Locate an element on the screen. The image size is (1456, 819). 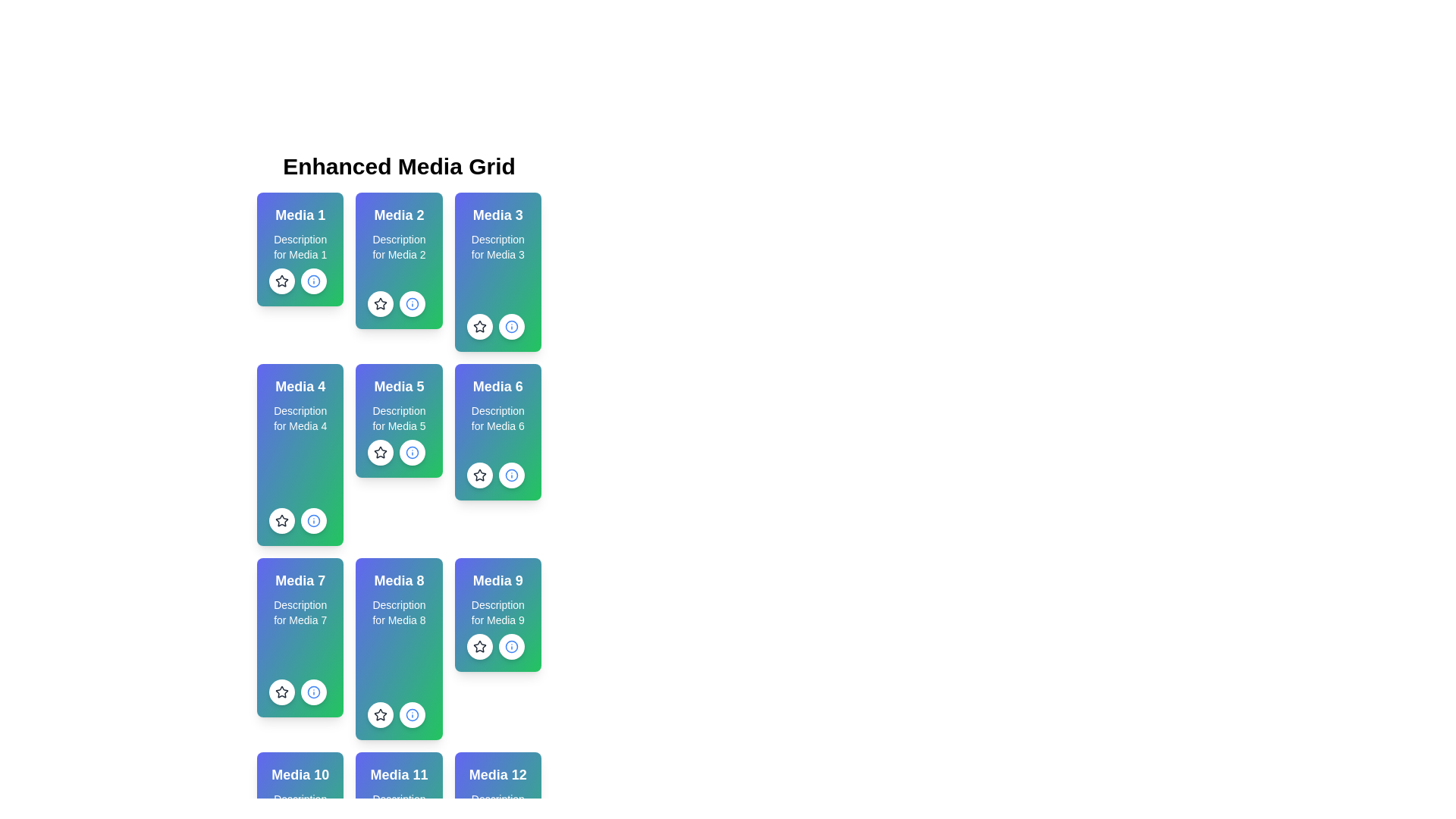
the text label displaying 'Description for Media 4' which is located directly beneath the 'Media 4' header in the card with a gradient background is located at coordinates (300, 418).